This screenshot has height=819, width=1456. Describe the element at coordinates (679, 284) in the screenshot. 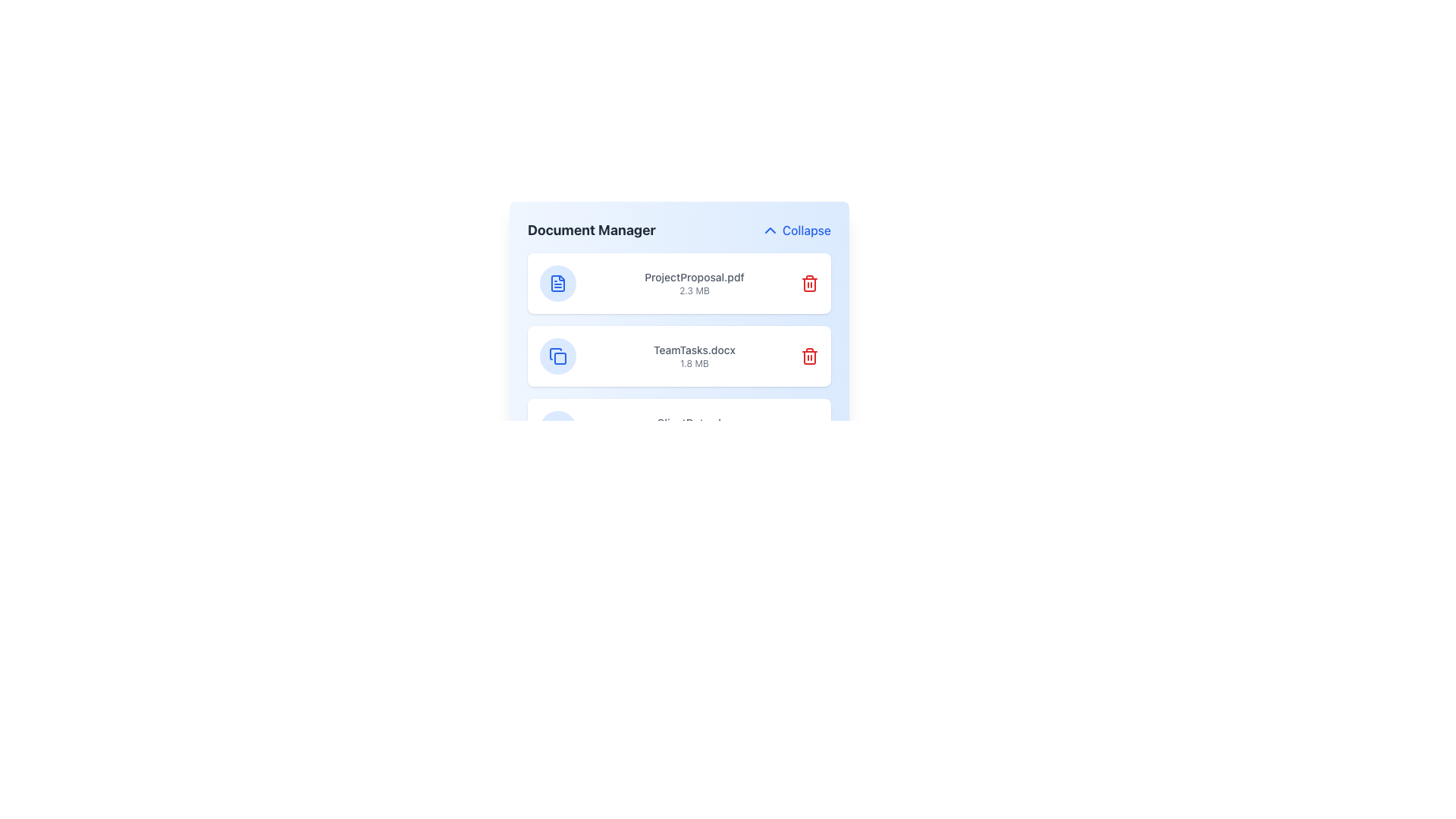

I see `the 'ProjectProposal.pdf' file list item` at that location.